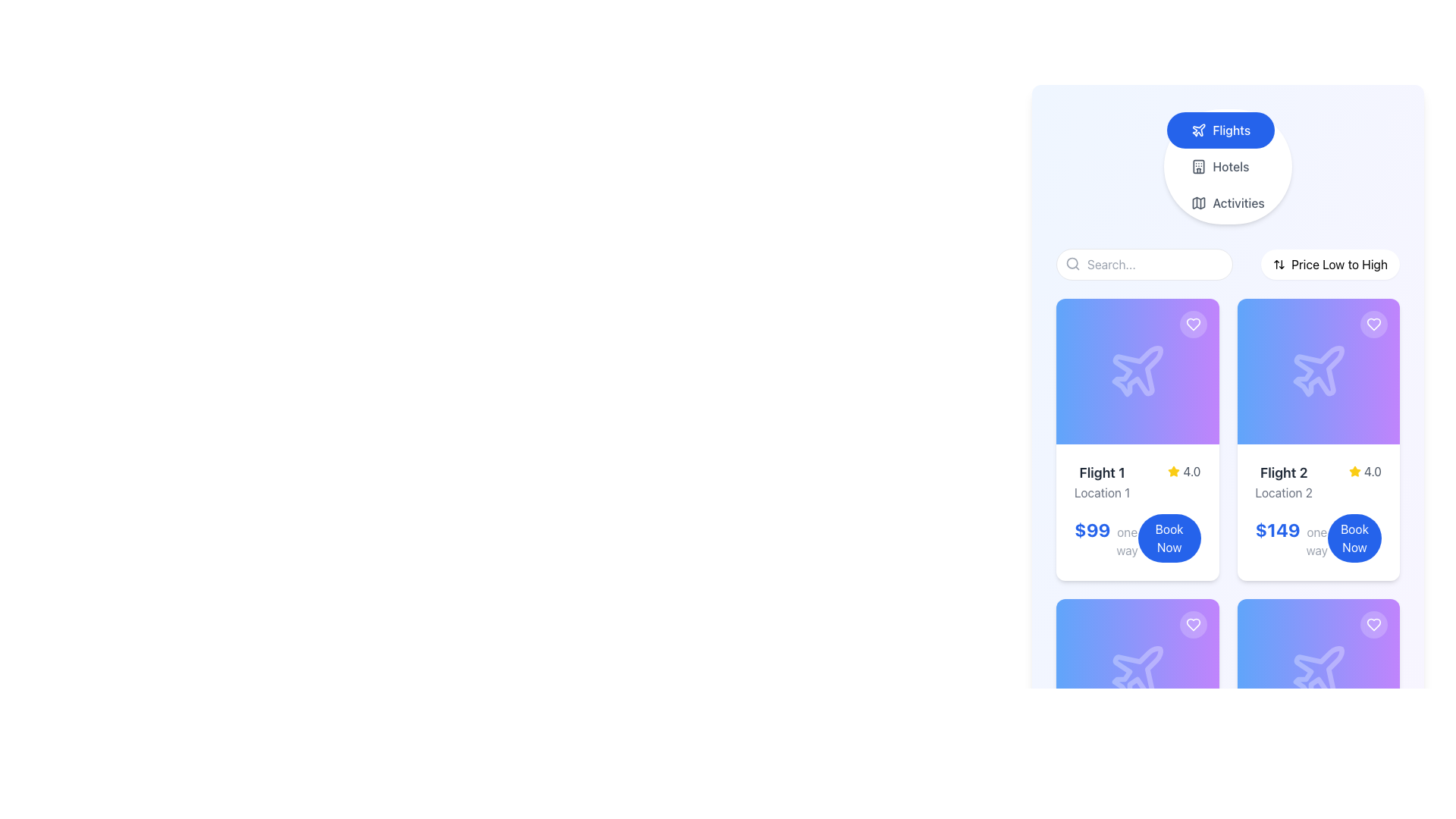 This screenshot has height=819, width=1456. What do you see at coordinates (1317, 439) in the screenshot?
I see `the second flight option card in the grid layout` at bounding box center [1317, 439].